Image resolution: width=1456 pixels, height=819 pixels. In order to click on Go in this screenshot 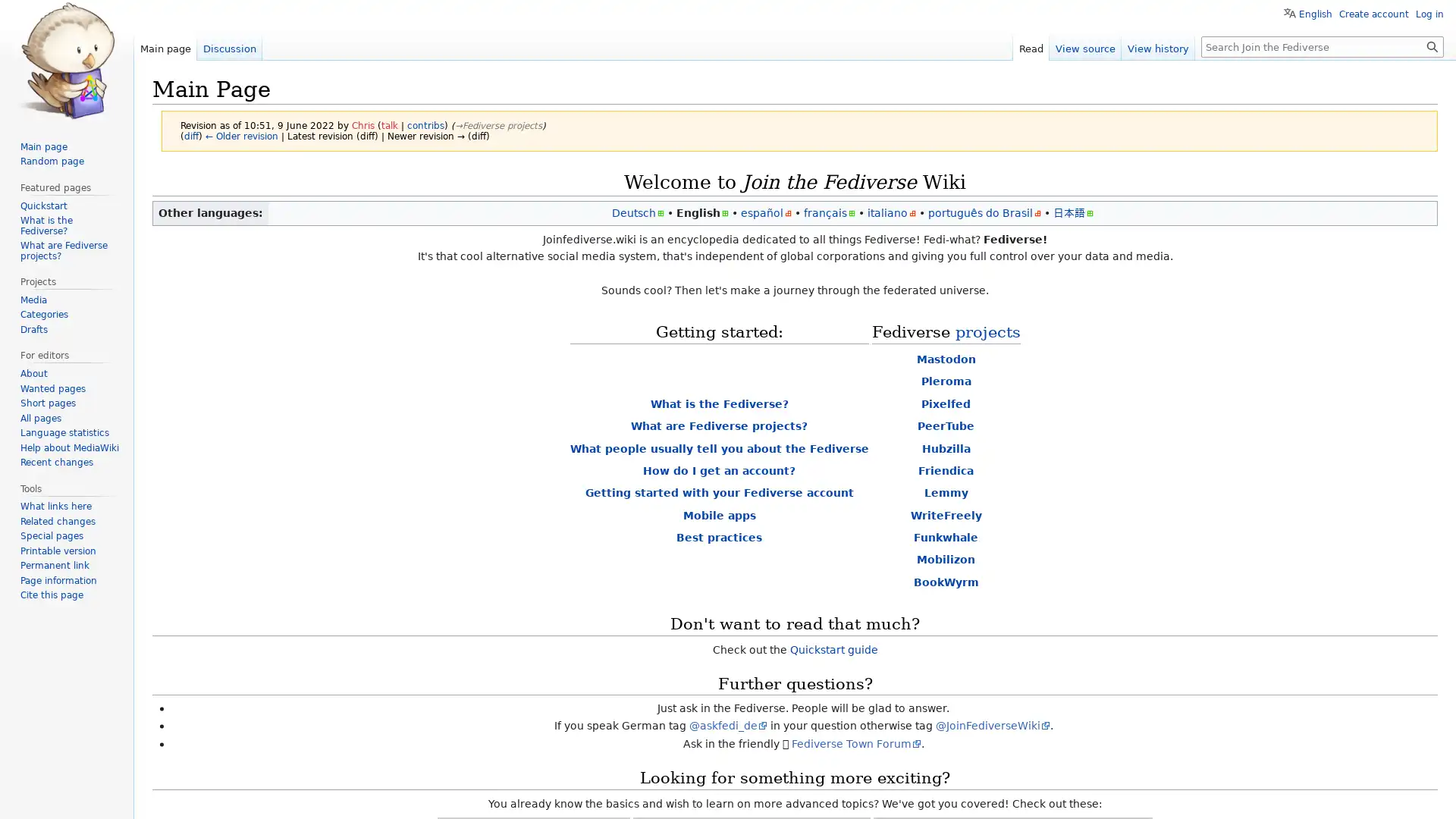, I will do `click(1432, 45)`.